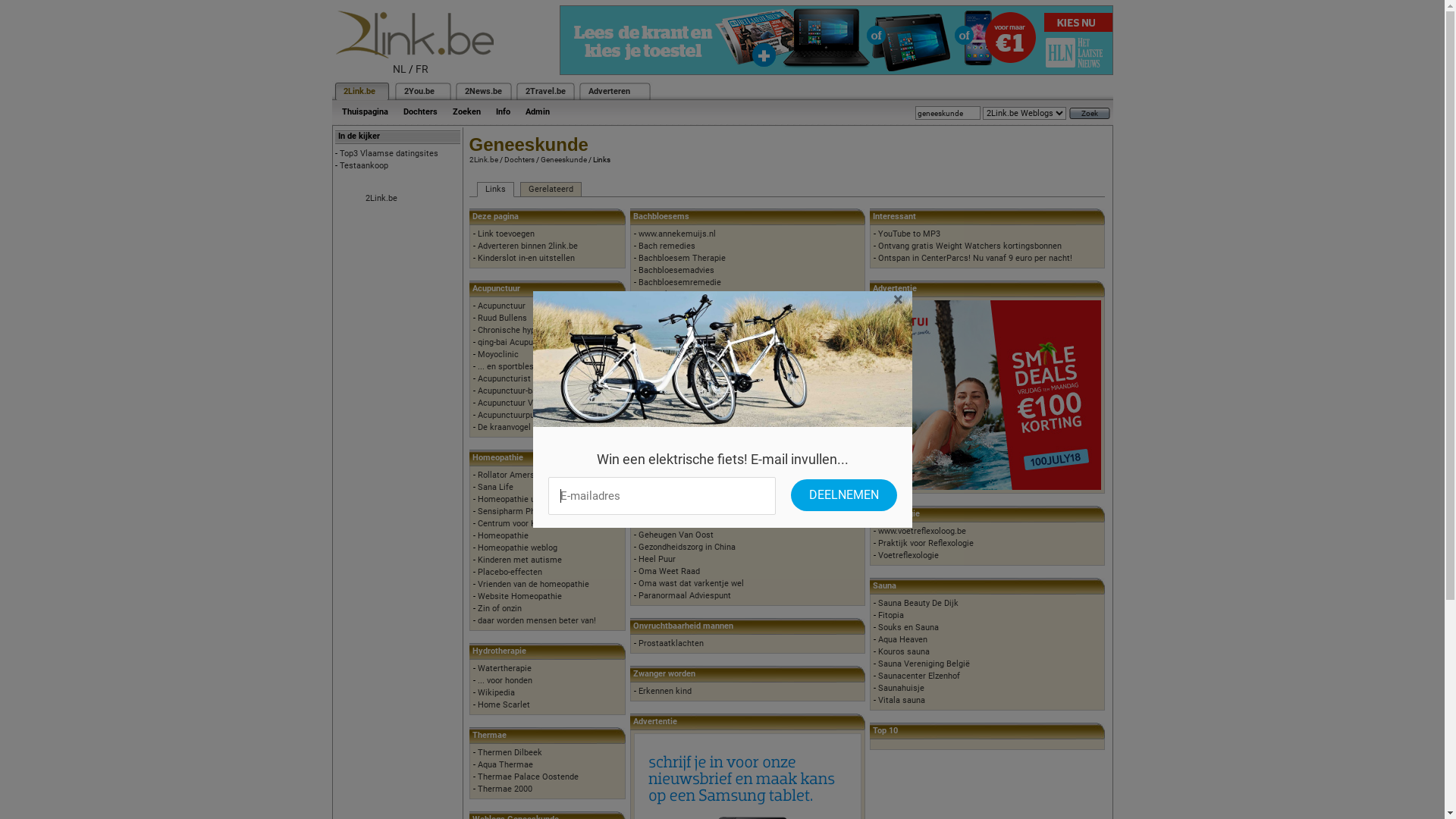 The image size is (1456, 819). Describe the element at coordinates (504, 427) in the screenshot. I see `'De kraanvogel'` at that location.